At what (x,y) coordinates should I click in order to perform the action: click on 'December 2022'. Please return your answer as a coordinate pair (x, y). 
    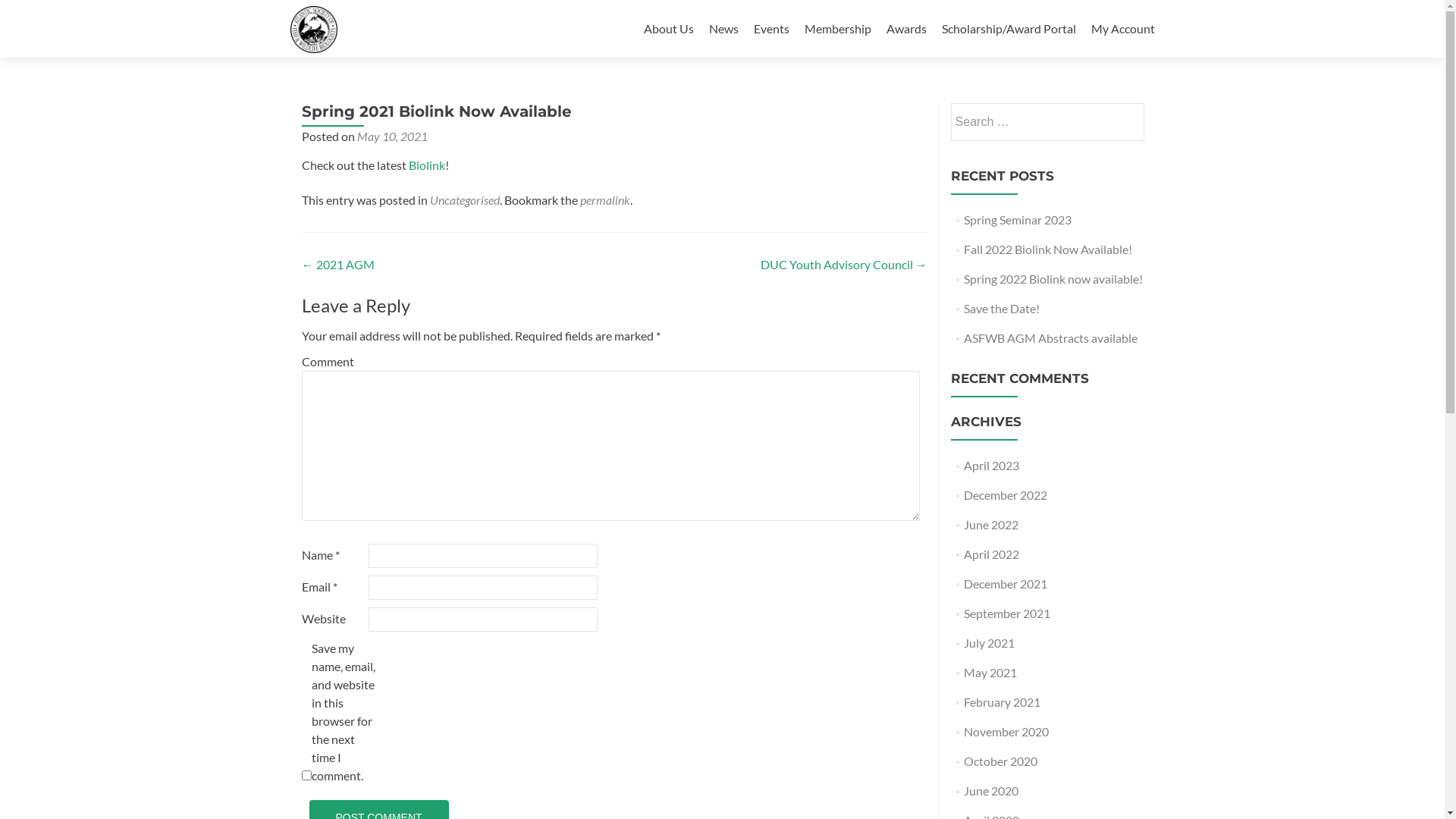
    Looking at the image, I should click on (1005, 494).